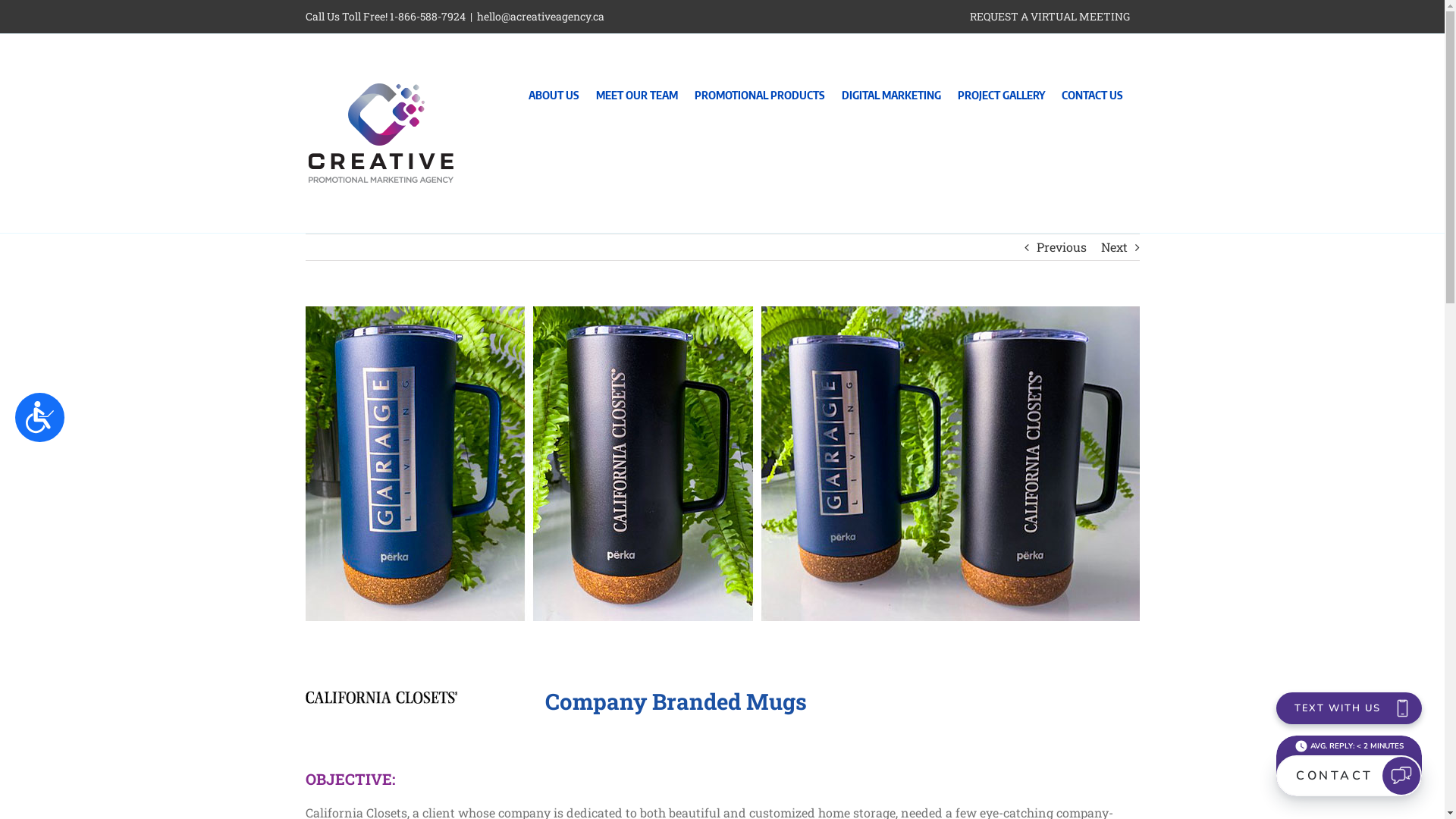 The height and width of the screenshot is (819, 1456). I want to click on '1-866-588-7924', so click(426, 16).